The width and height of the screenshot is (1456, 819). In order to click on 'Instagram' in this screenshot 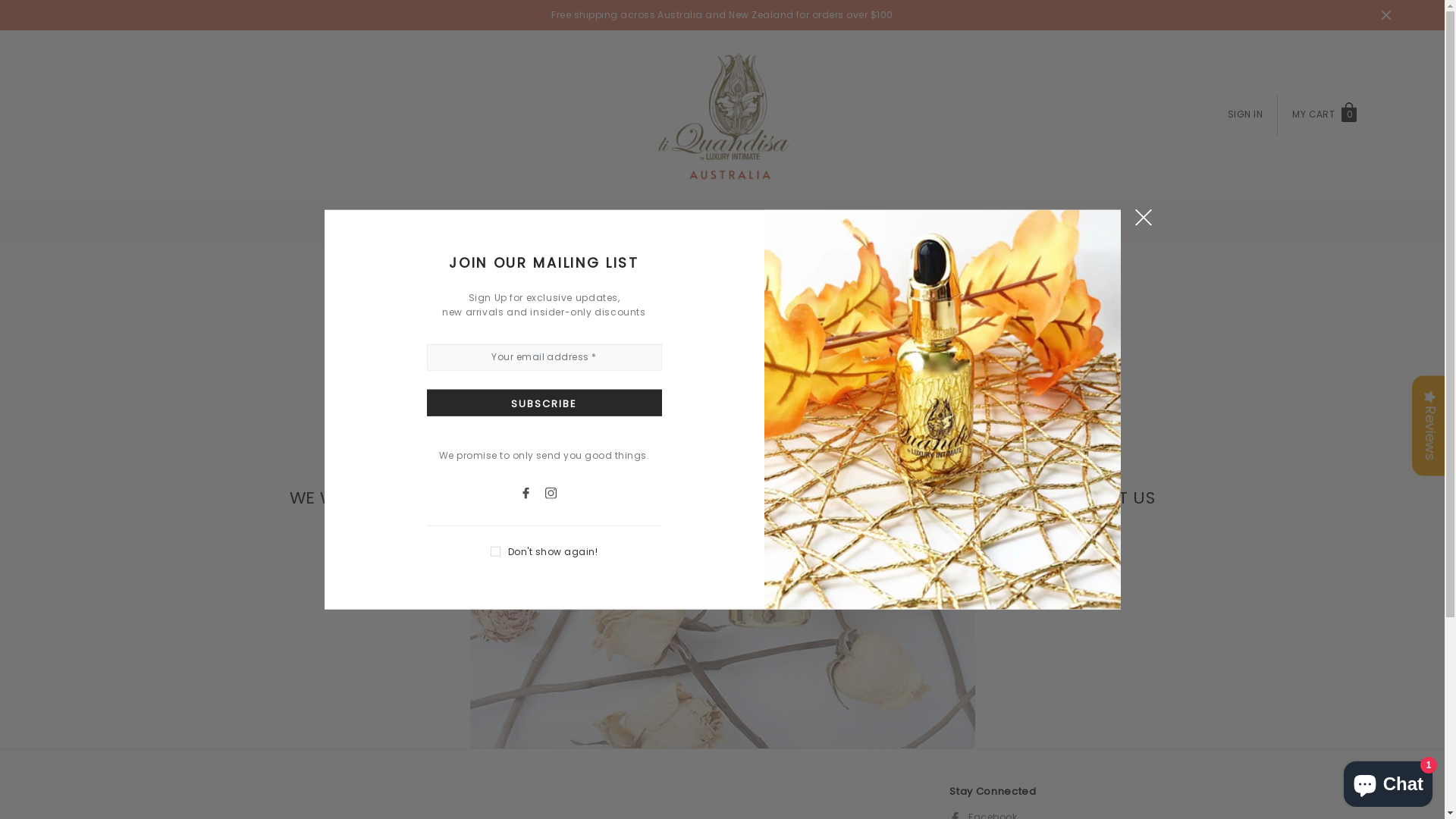, I will do `click(556, 491)`.